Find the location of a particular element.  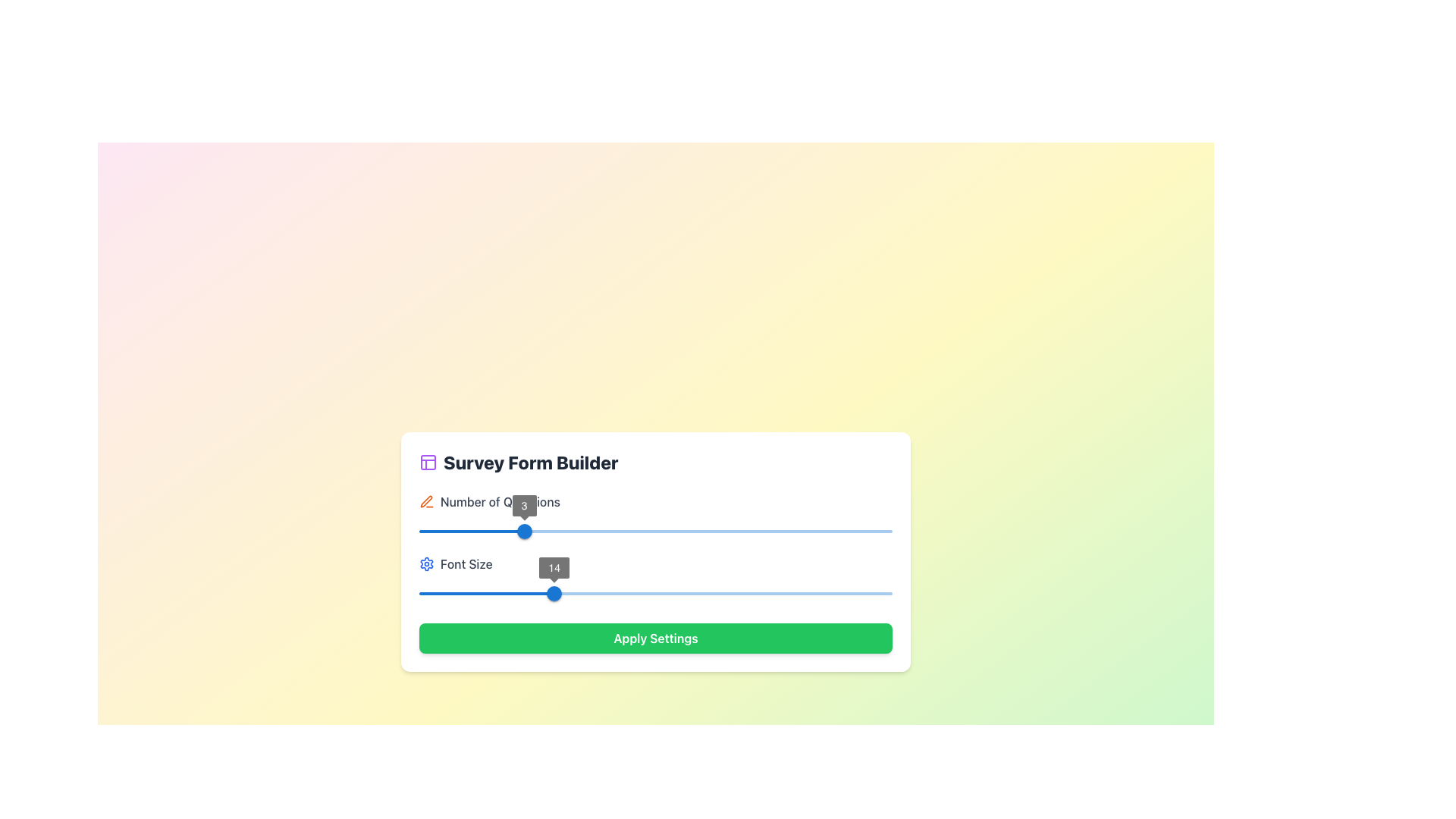

the descriptive text label indicating the purpose of the numeric input field for setting the number of questions is located at coordinates (500, 502).